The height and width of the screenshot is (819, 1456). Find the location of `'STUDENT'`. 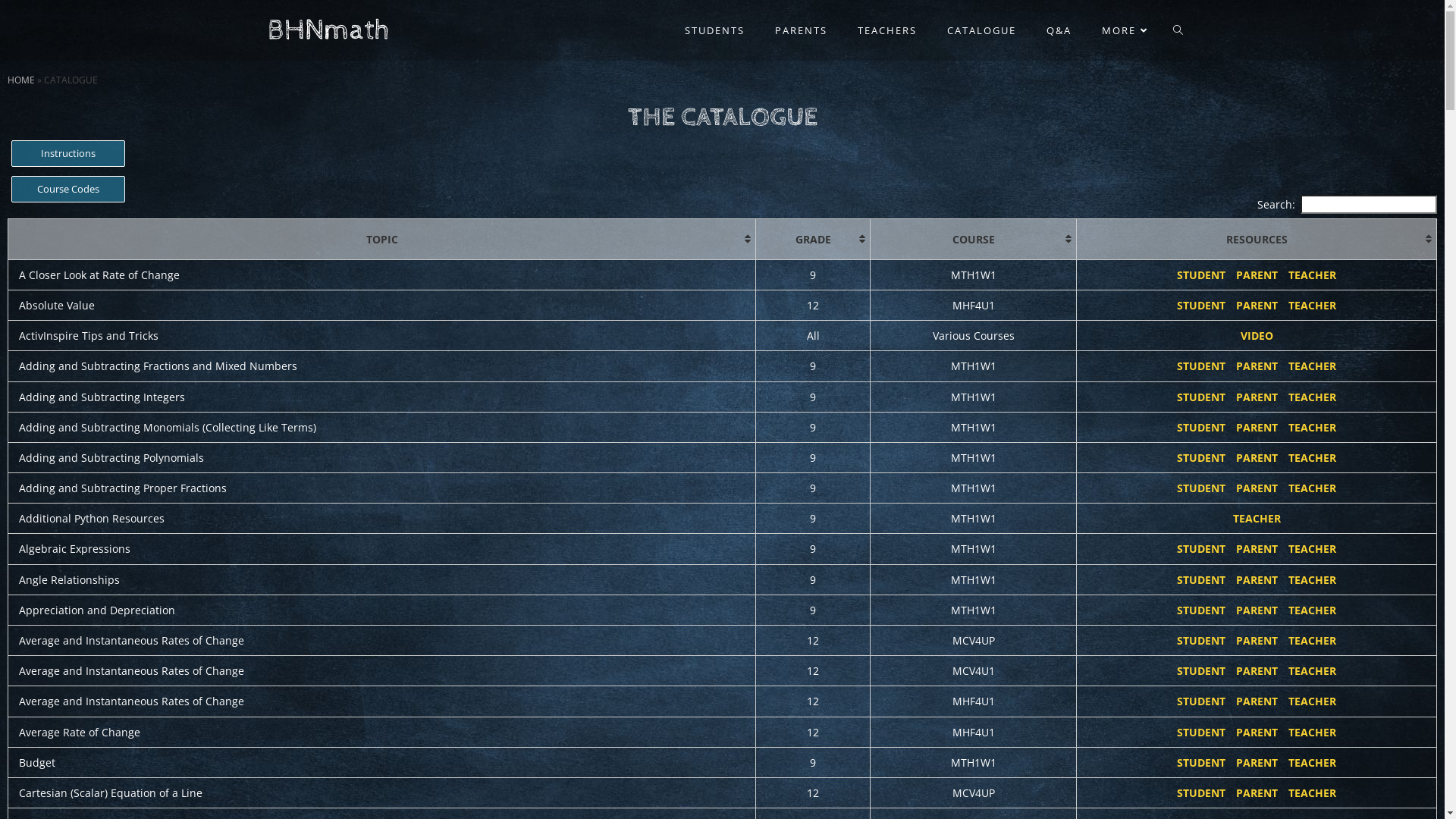

'STUDENT' is located at coordinates (1175, 305).